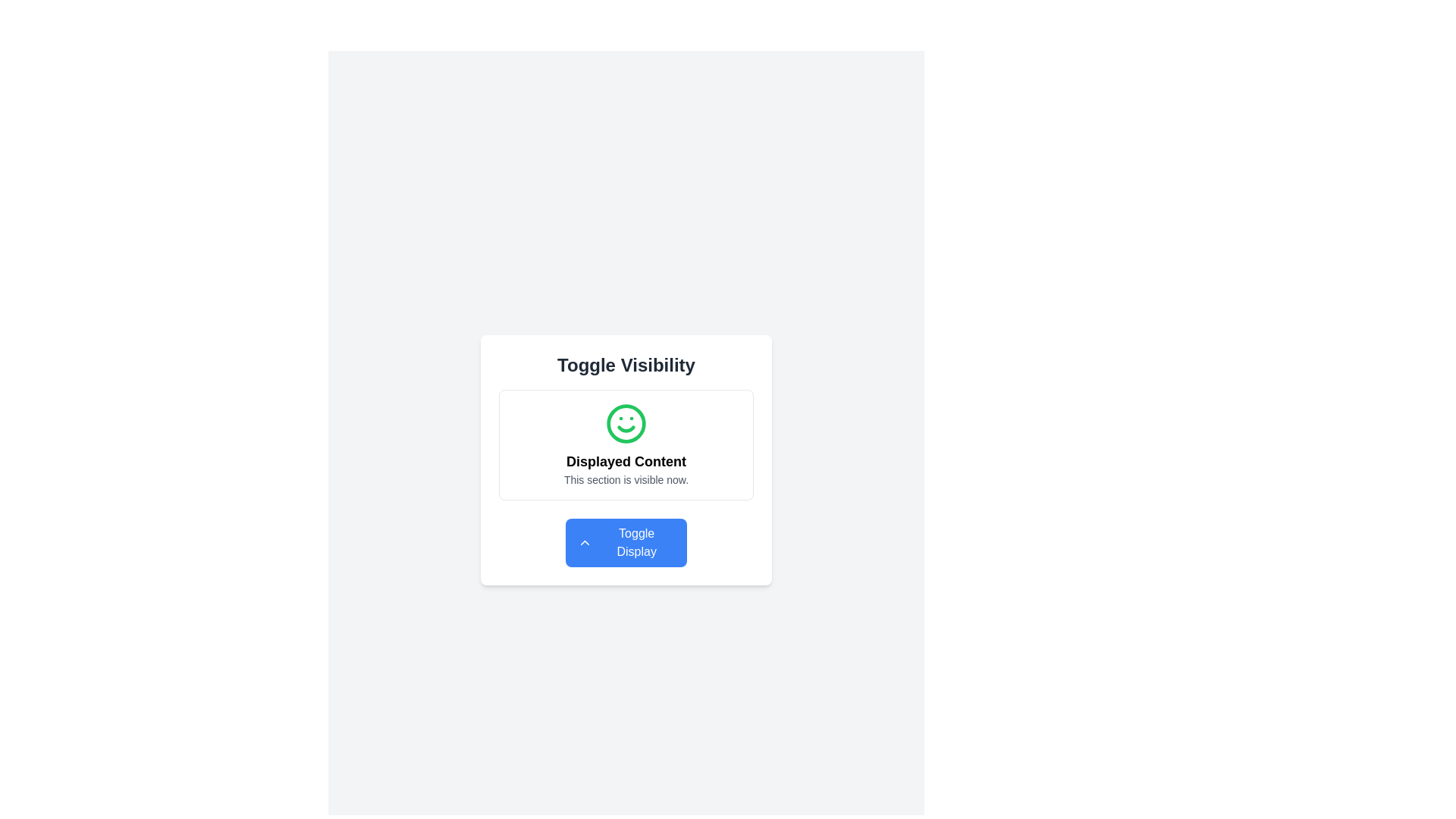 The width and height of the screenshot is (1456, 819). Describe the element at coordinates (584, 542) in the screenshot. I see `the icon within the 'Toggle Display' button` at that location.